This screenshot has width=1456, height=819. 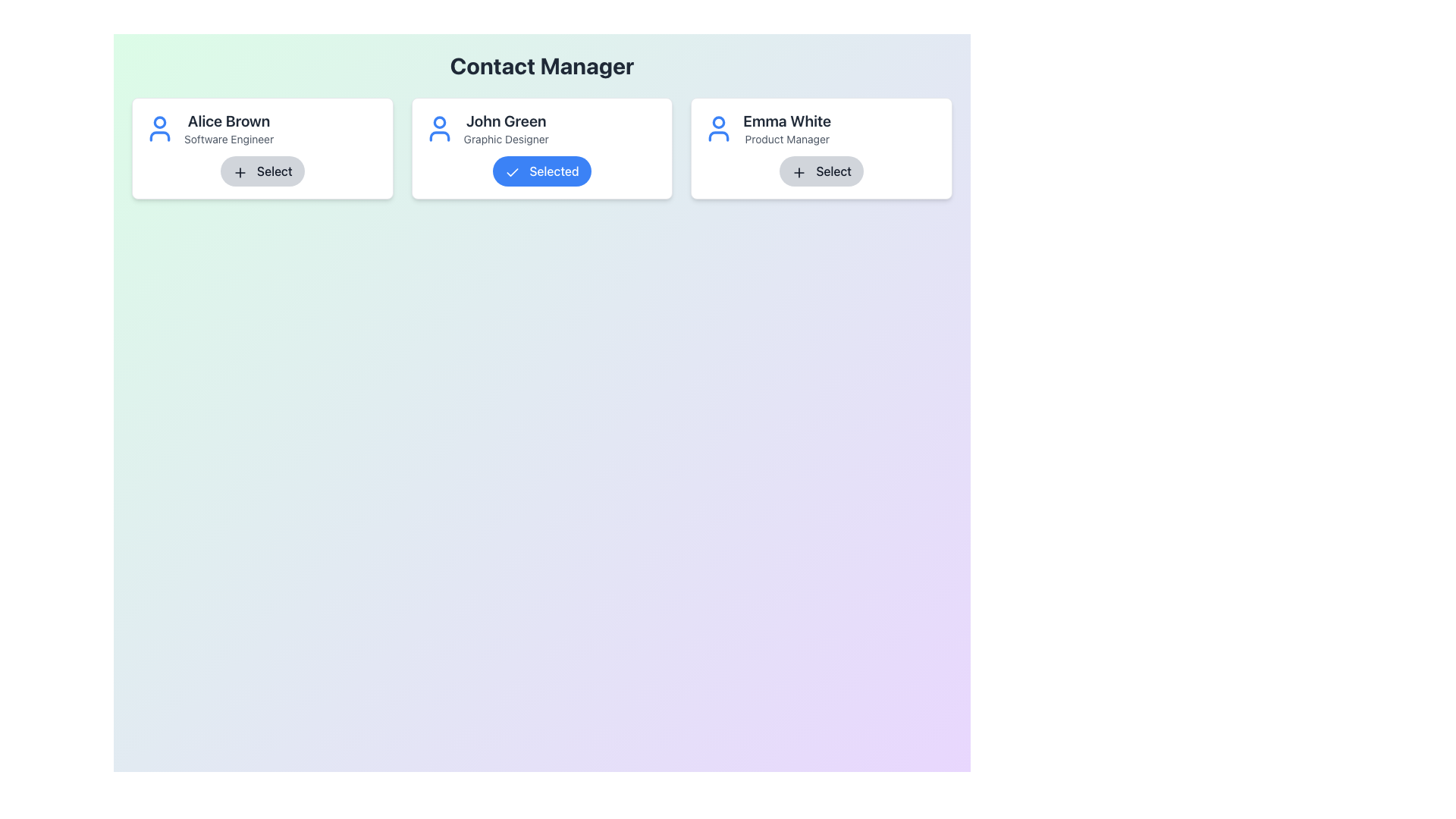 What do you see at coordinates (506, 120) in the screenshot?
I see `the text label reading 'John Green', which is displayed in bold and large font, located under the avatar icon on the profile card` at bounding box center [506, 120].